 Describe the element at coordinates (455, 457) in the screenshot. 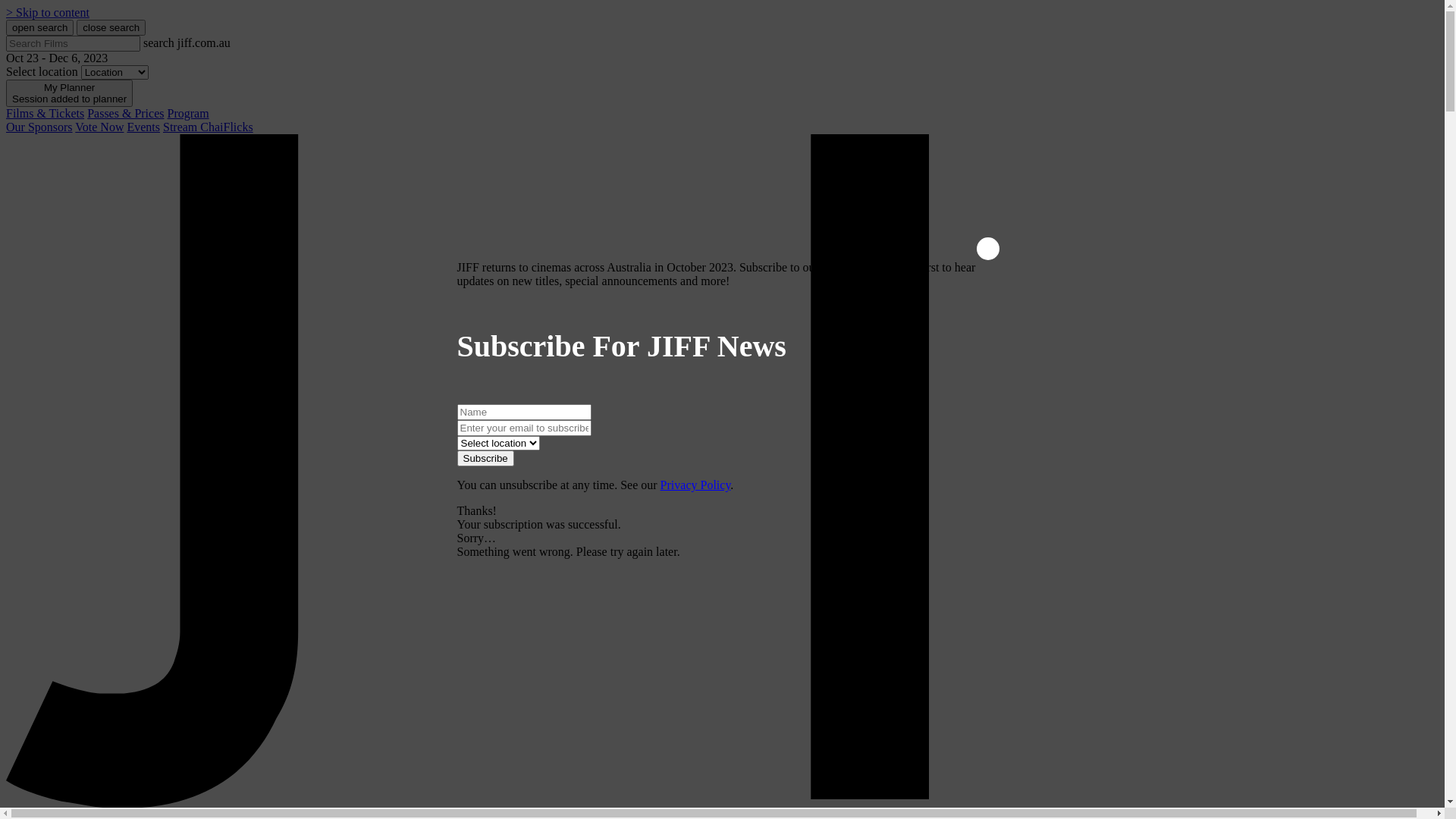

I see `'Subscribe'` at that location.